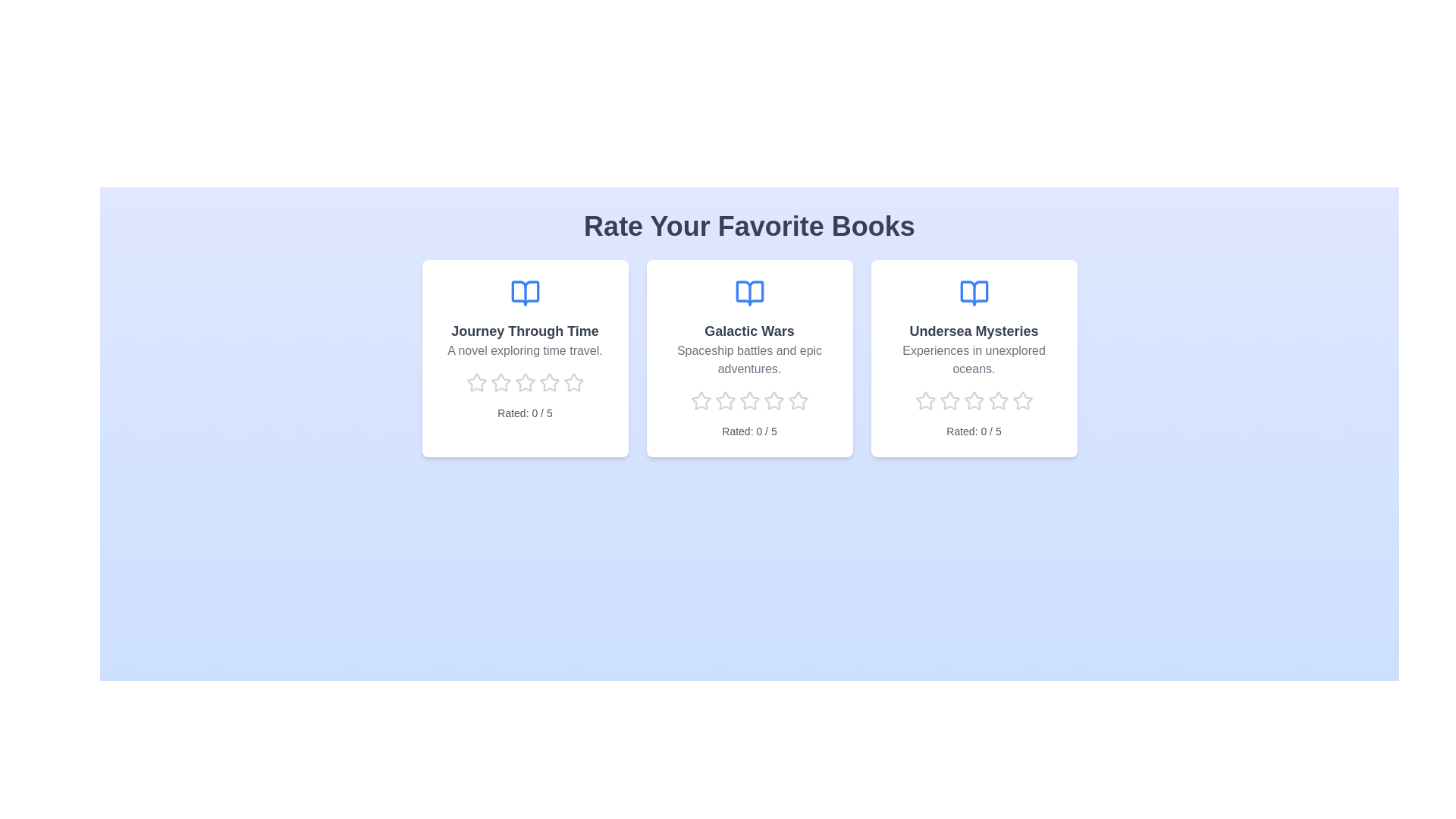  Describe the element at coordinates (525, 382) in the screenshot. I see `the rating of a book to 3 stars by clicking on the corresponding star` at that location.